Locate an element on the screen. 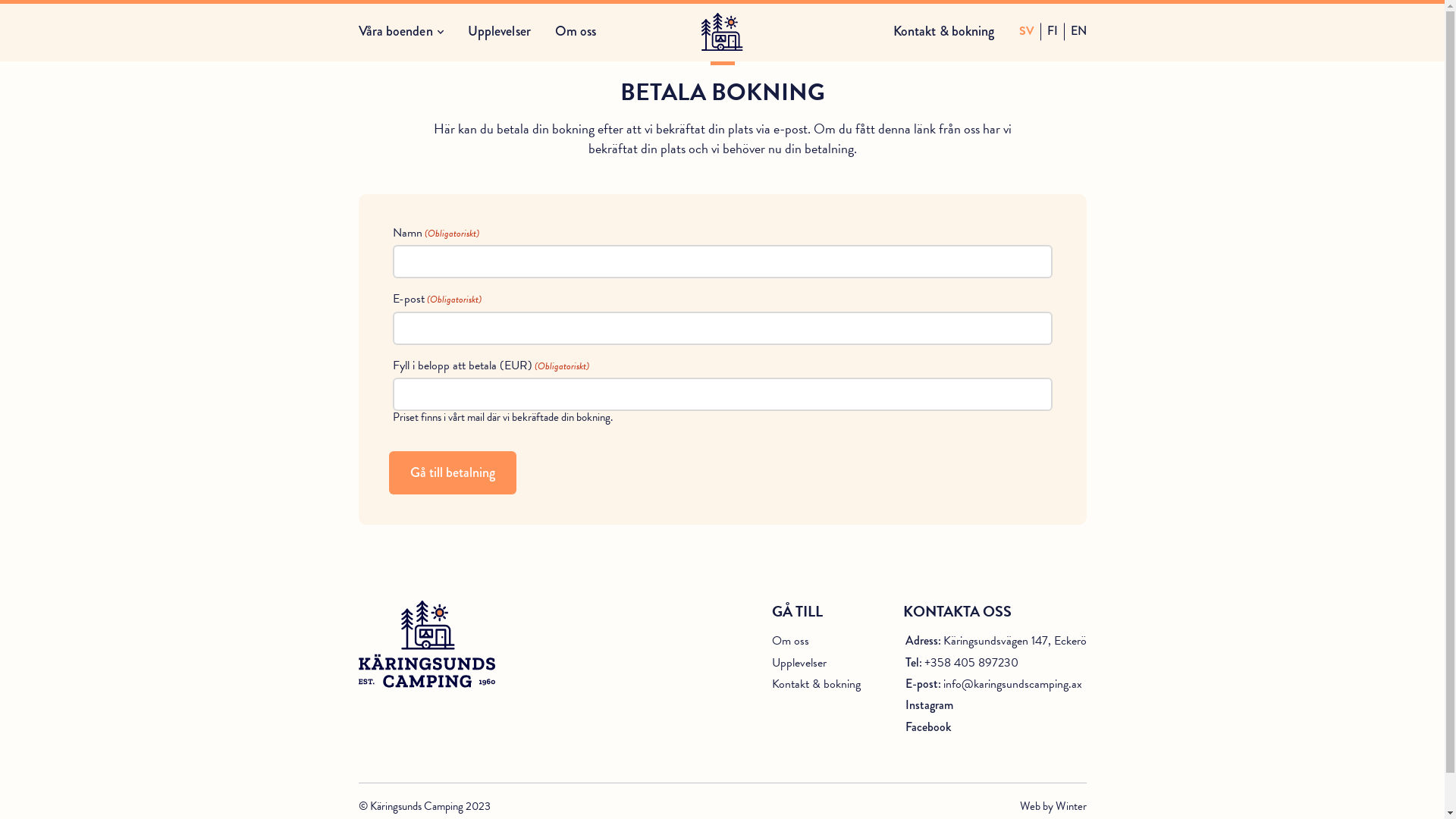  'Upplevelser' is located at coordinates (499, 31).